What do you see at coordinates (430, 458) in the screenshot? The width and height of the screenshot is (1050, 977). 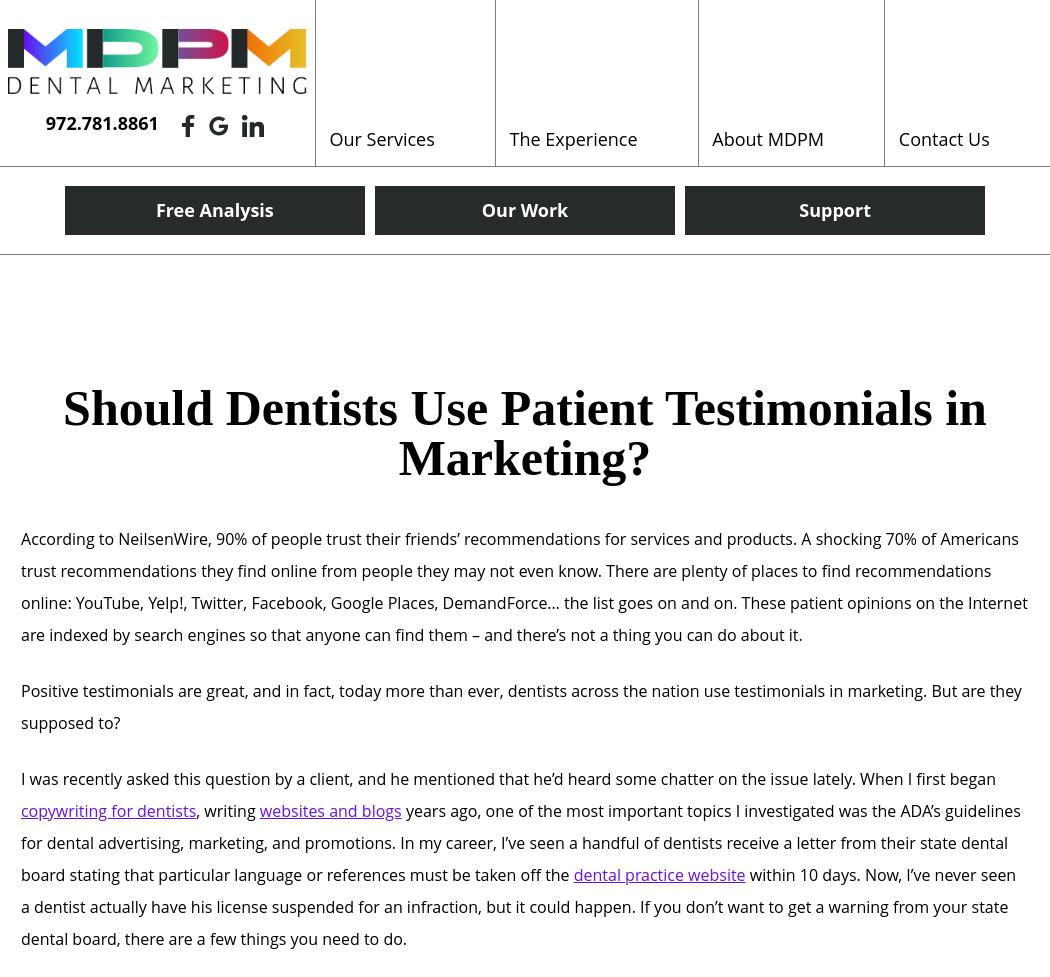 I see `'Reputation Management'` at bounding box center [430, 458].